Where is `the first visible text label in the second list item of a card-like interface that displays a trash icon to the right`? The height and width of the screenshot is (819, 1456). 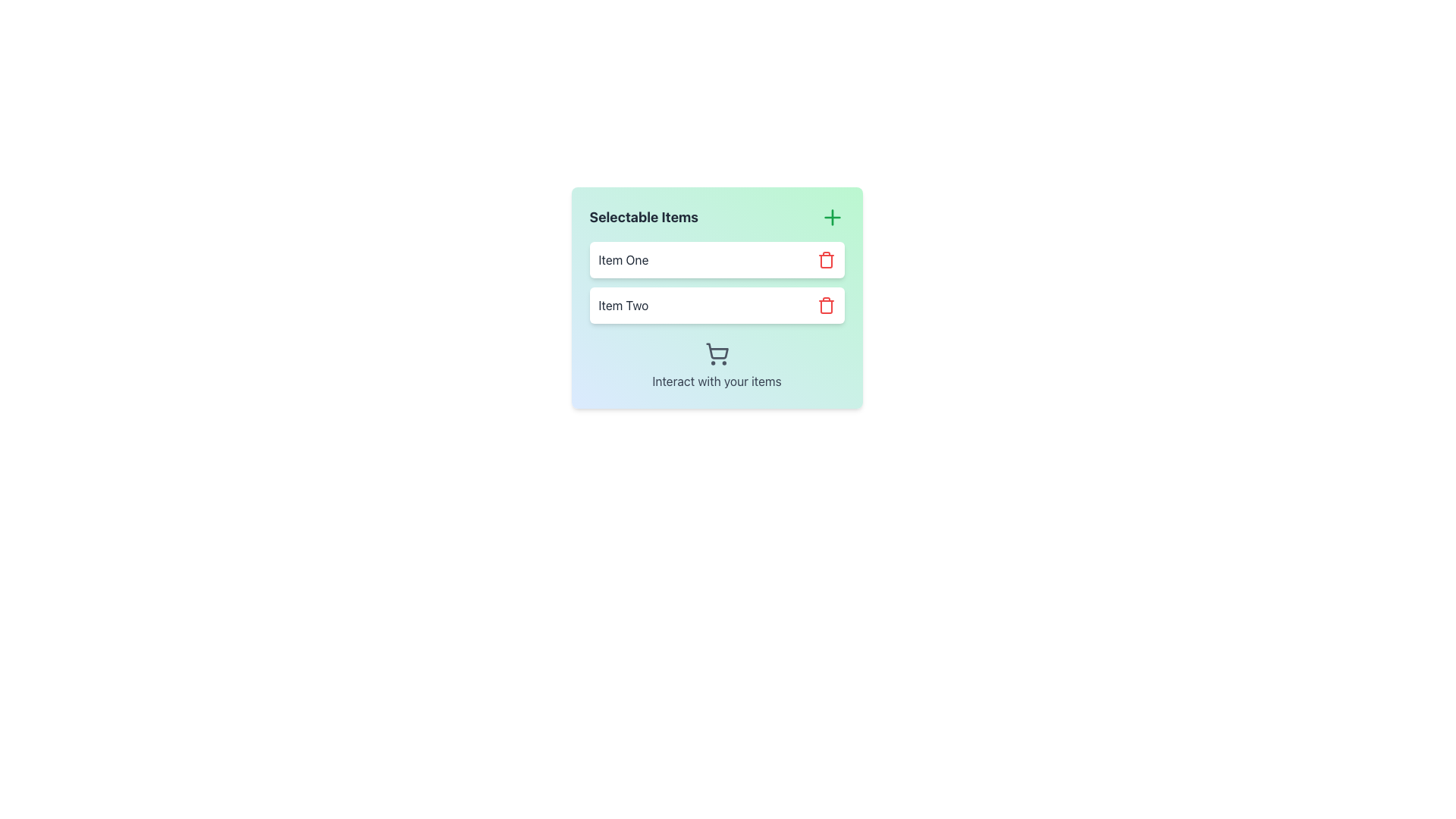
the first visible text label in the second list item of a card-like interface that displays a trash icon to the right is located at coordinates (623, 305).